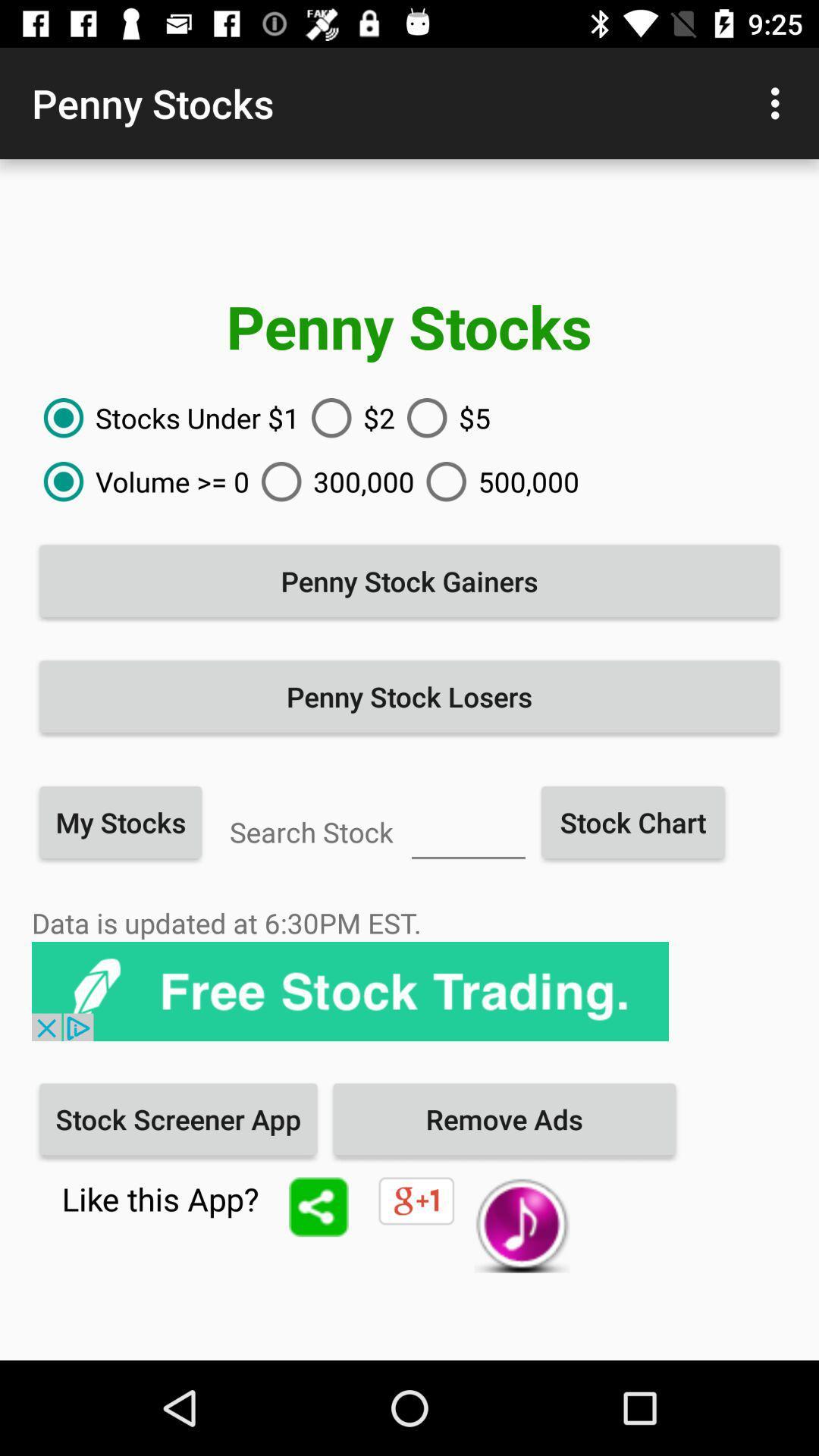 This screenshot has height=1456, width=819. I want to click on type stock chart, so click(467, 828).